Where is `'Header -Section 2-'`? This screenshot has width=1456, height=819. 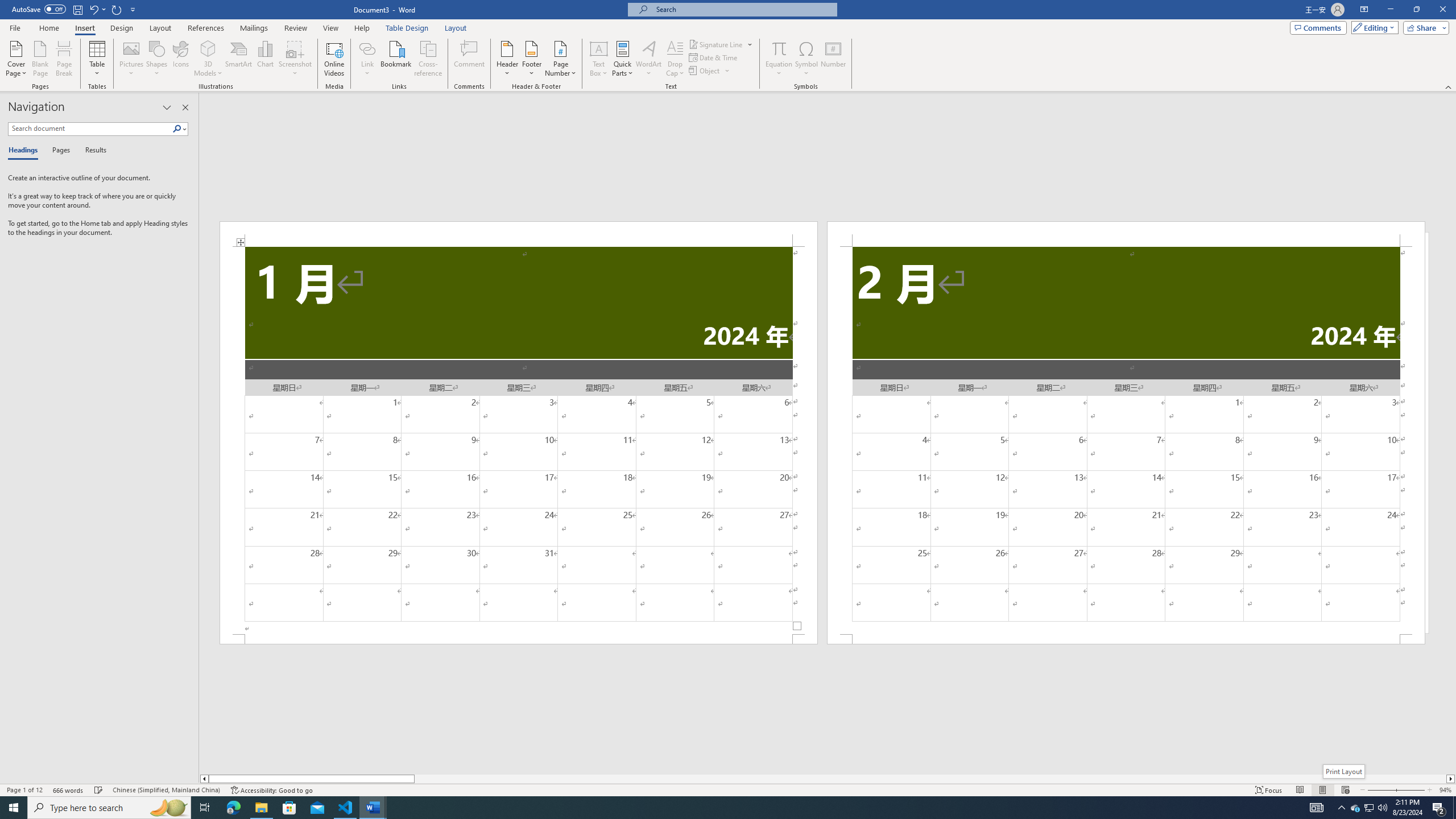 'Header -Section 2-' is located at coordinates (1126, 233).